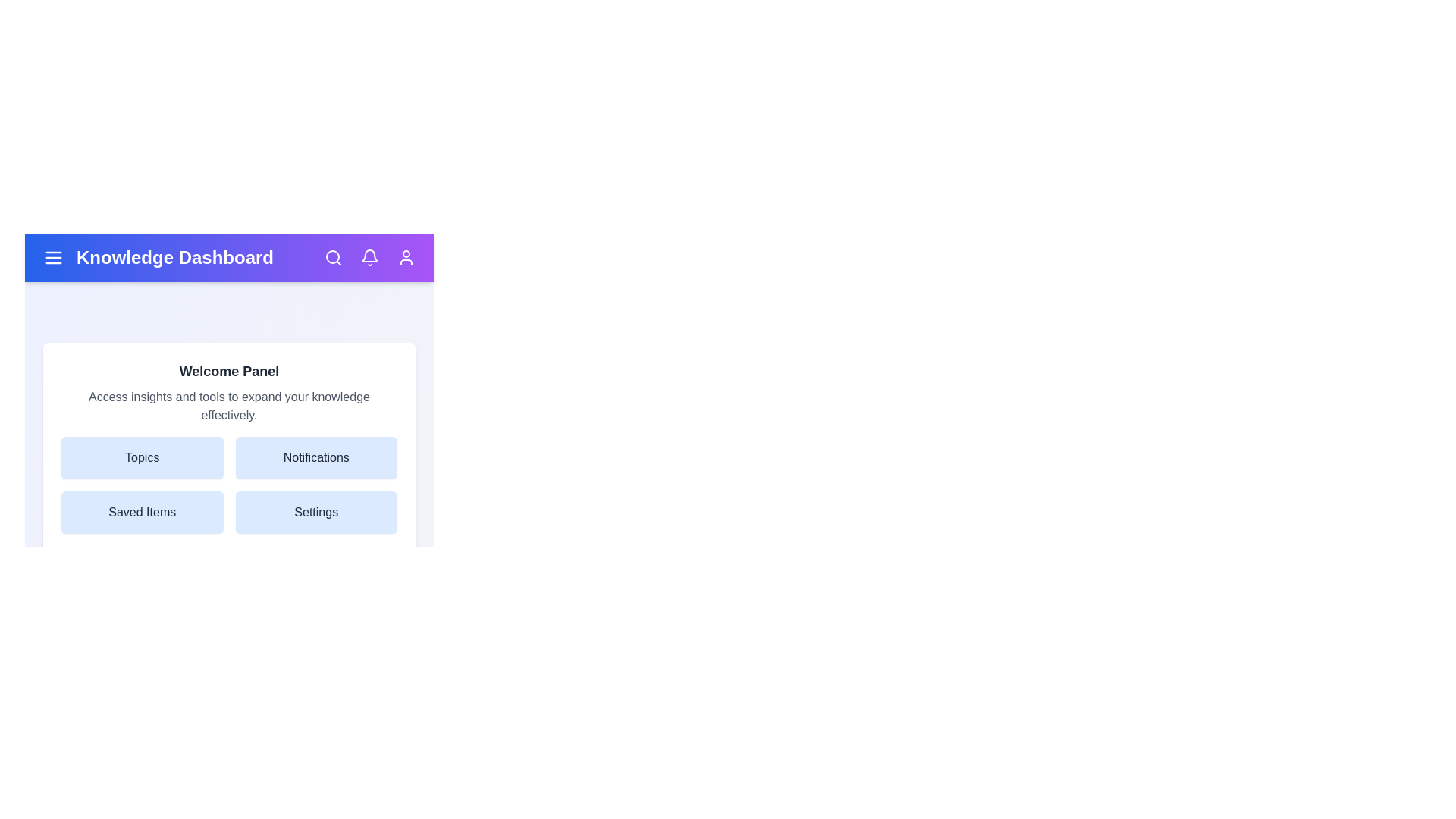 The height and width of the screenshot is (819, 1456). What do you see at coordinates (333, 256) in the screenshot?
I see `the search icon in the KnowledgeAppBar` at bounding box center [333, 256].